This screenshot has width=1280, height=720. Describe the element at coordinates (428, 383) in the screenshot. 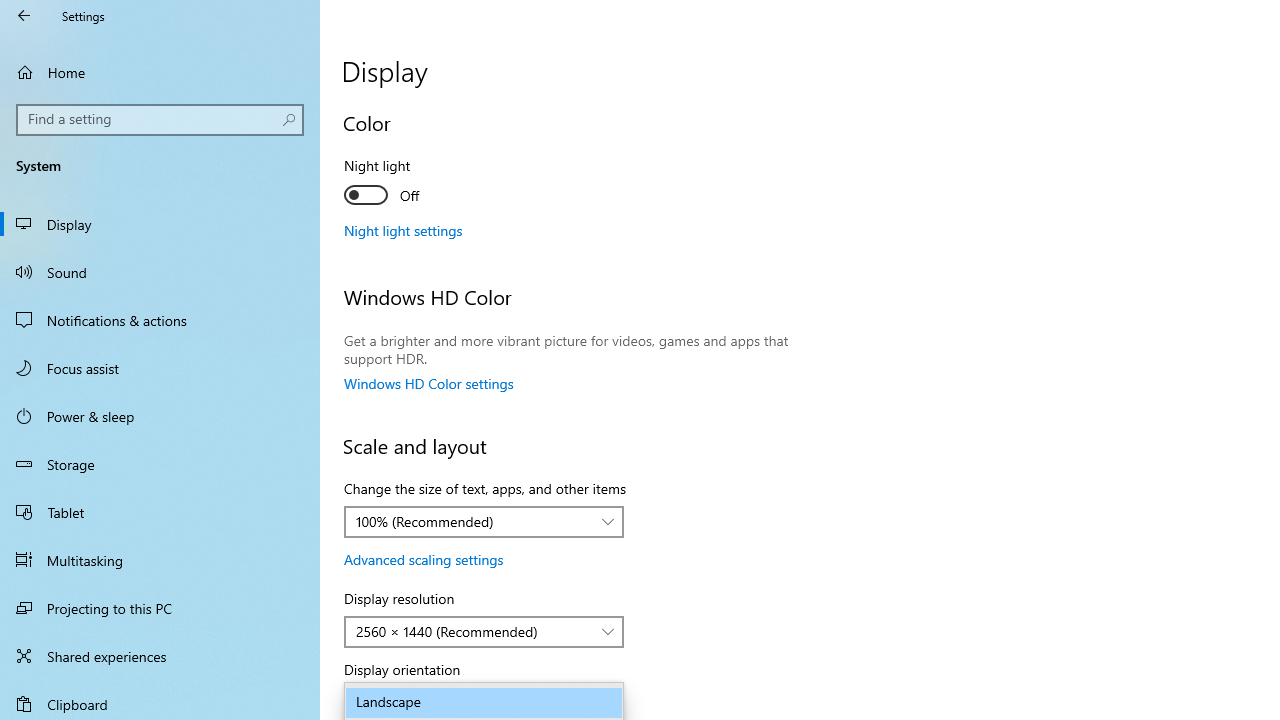

I see `'Windows HD Color settings'` at that location.